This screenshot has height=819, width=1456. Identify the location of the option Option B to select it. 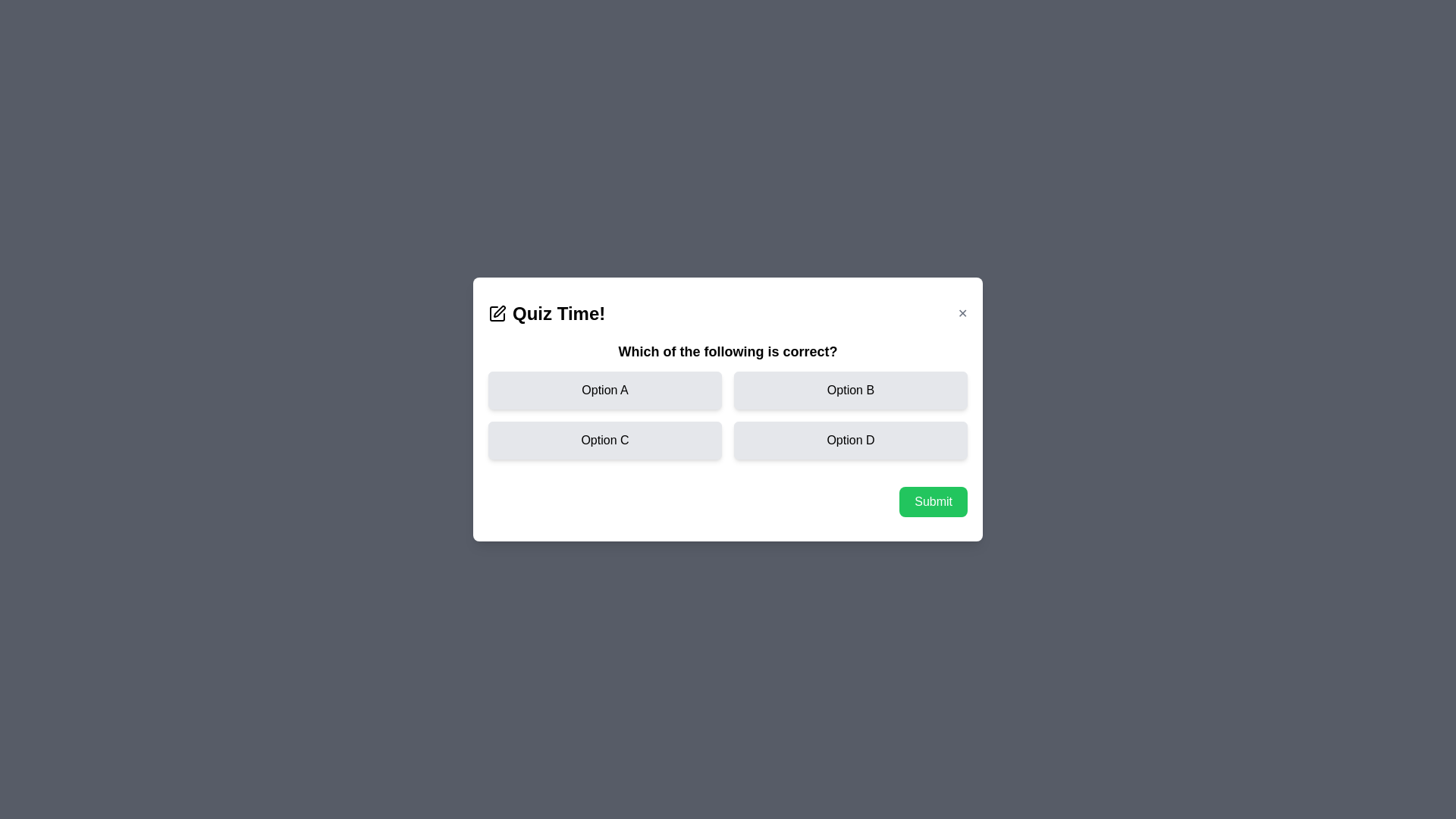
(851, 390).